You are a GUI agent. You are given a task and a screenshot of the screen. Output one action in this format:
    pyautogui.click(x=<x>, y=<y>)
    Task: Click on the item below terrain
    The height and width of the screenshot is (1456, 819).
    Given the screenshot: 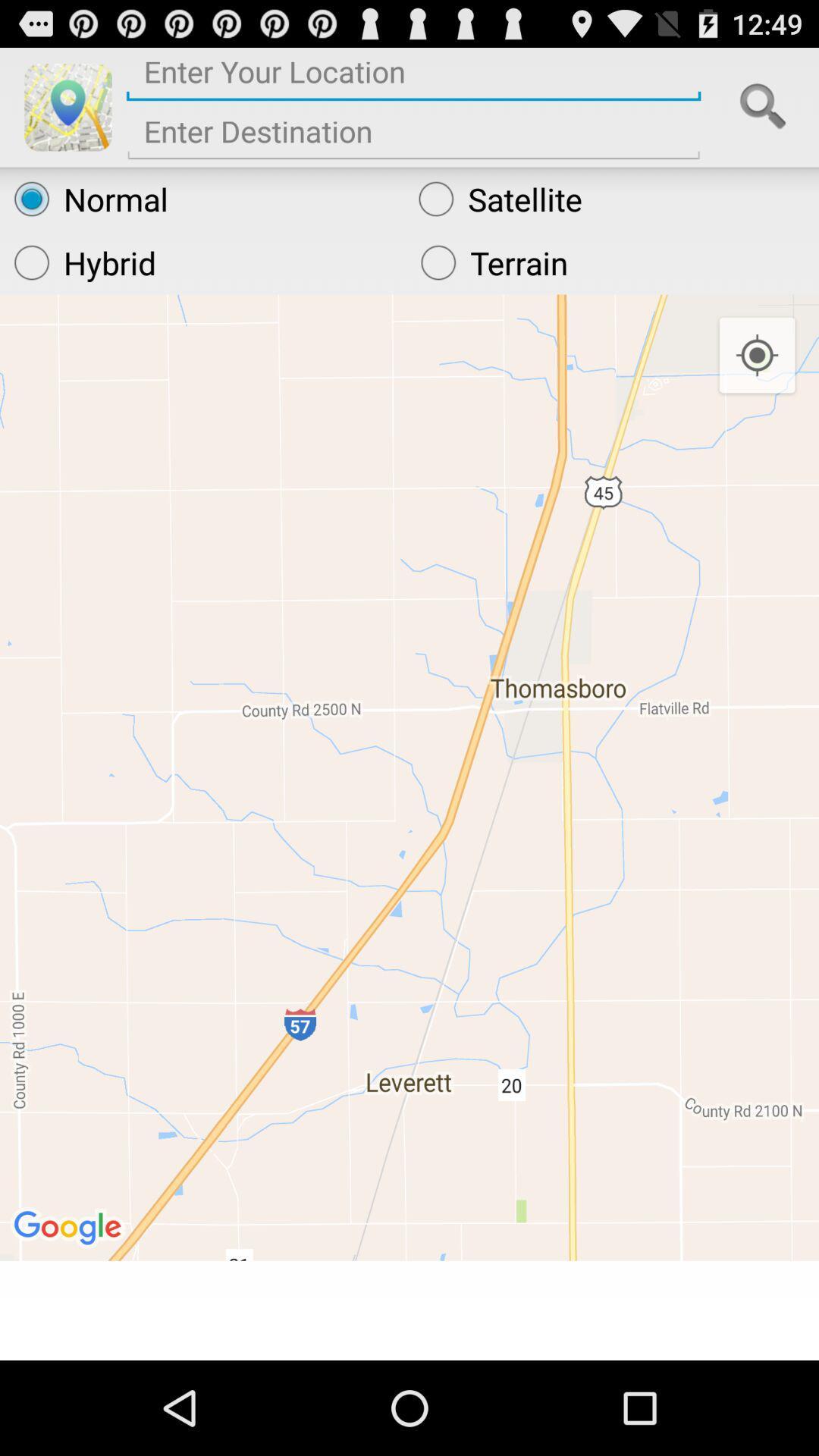 What is the action you would take?
    pyautogui.click(x=757, y=355)
    